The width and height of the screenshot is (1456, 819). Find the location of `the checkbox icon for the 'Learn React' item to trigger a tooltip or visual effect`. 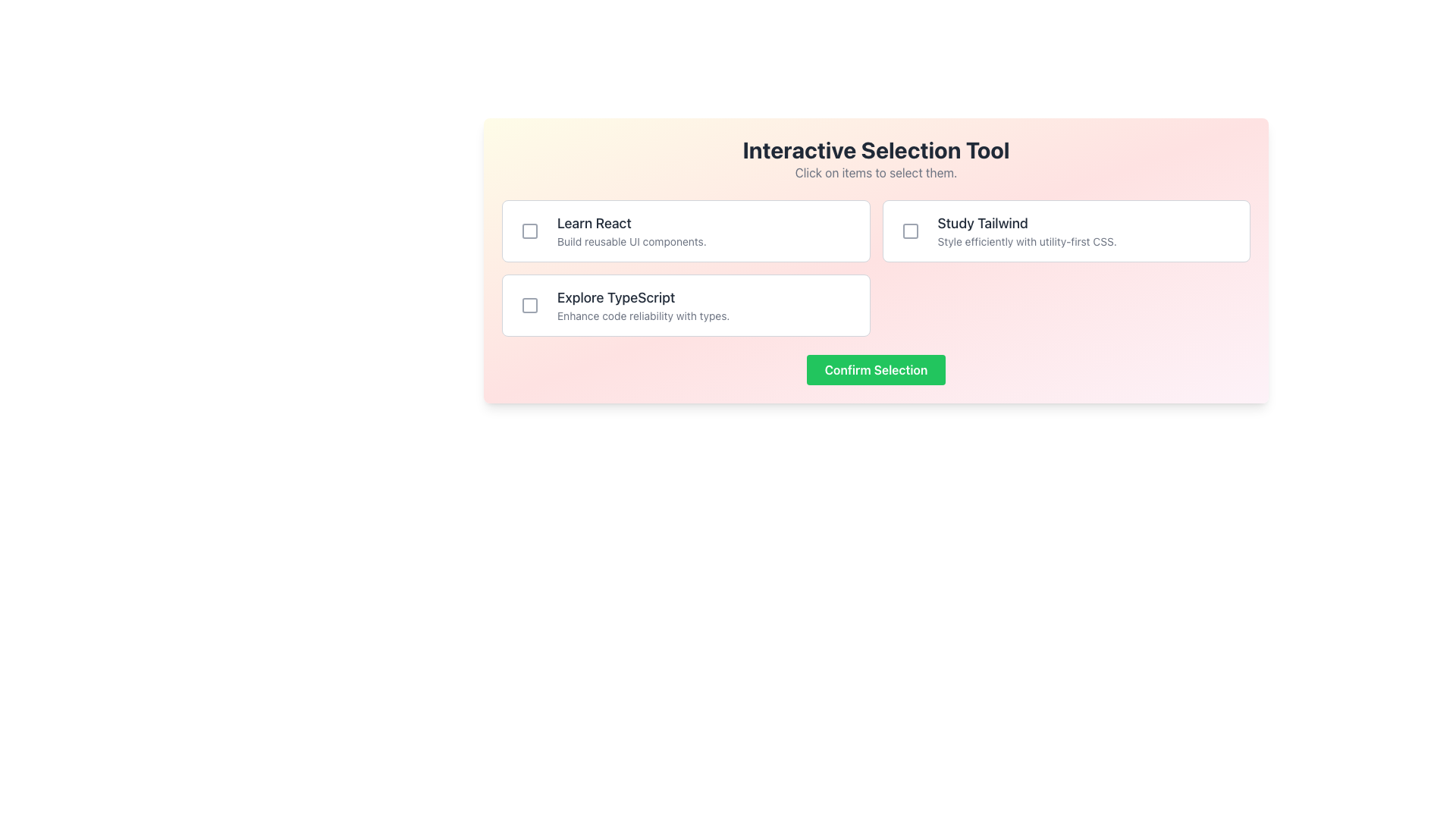

the checkbox icon for the 'Learn React' item to trigger a tooltip or visual effect is located at coordinates (530, 231).